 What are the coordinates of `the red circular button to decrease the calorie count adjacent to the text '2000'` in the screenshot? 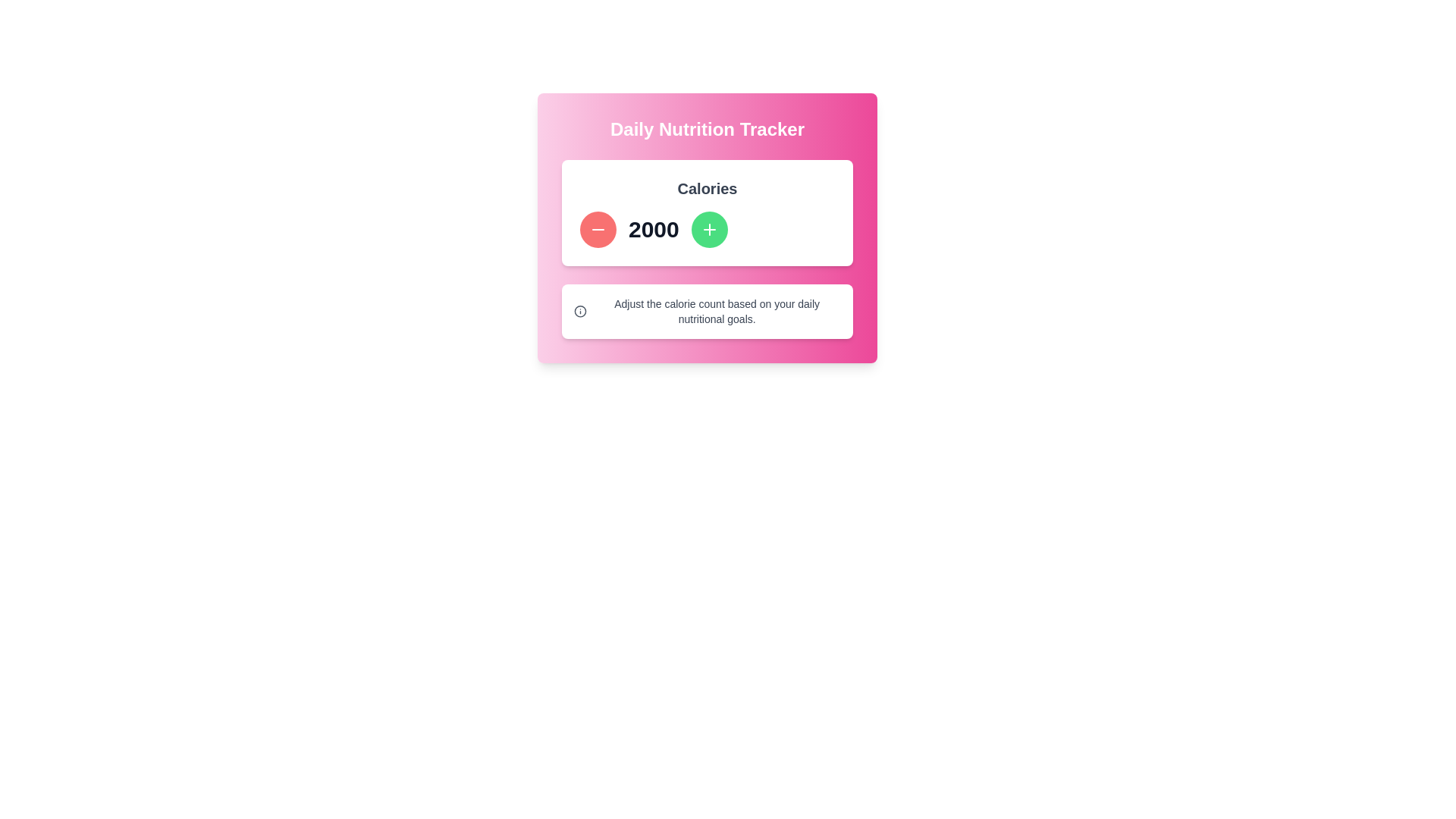 It's located at (597, 230).